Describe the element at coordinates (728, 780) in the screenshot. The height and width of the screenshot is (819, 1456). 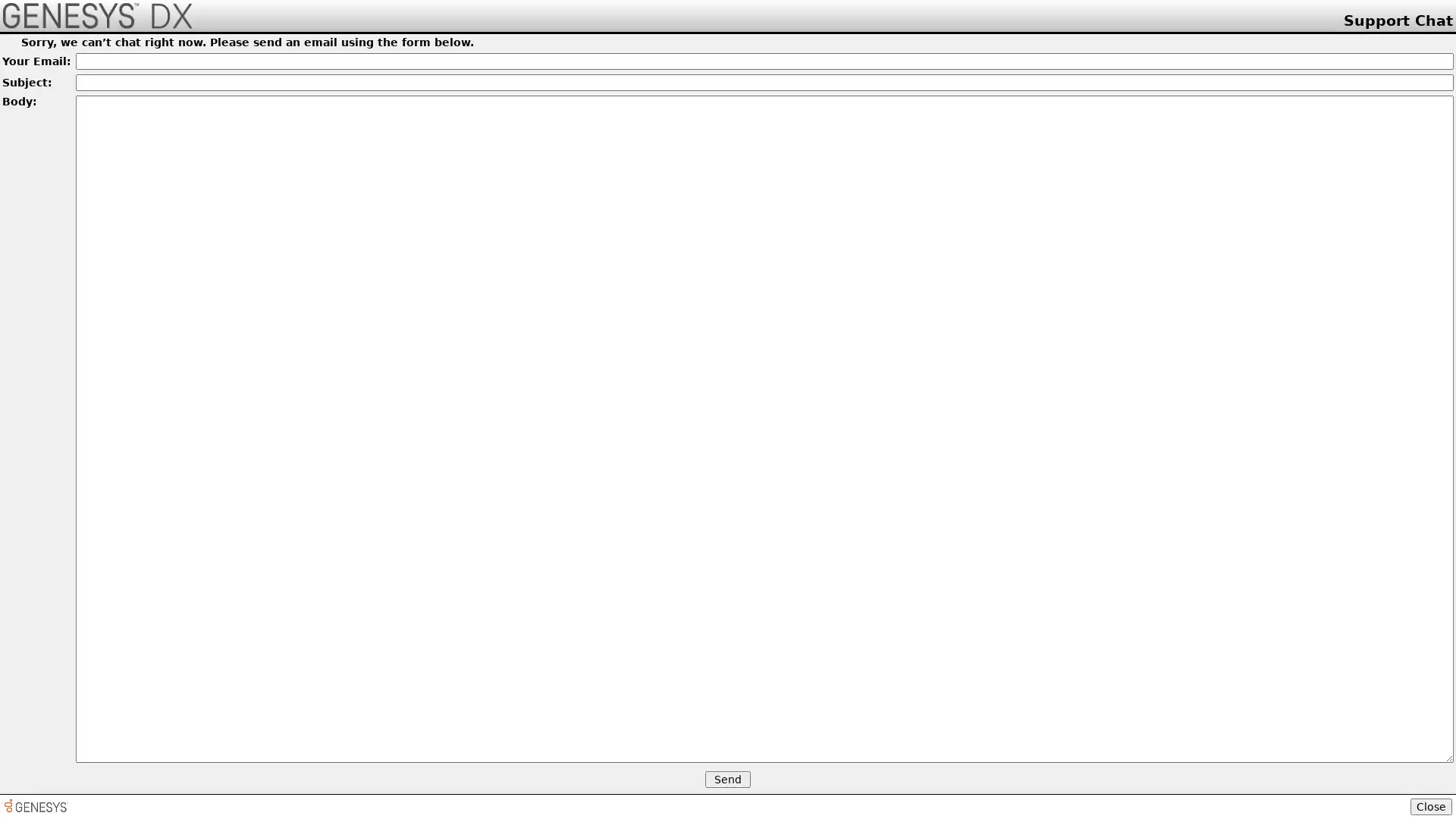
I see `Send` at that location.